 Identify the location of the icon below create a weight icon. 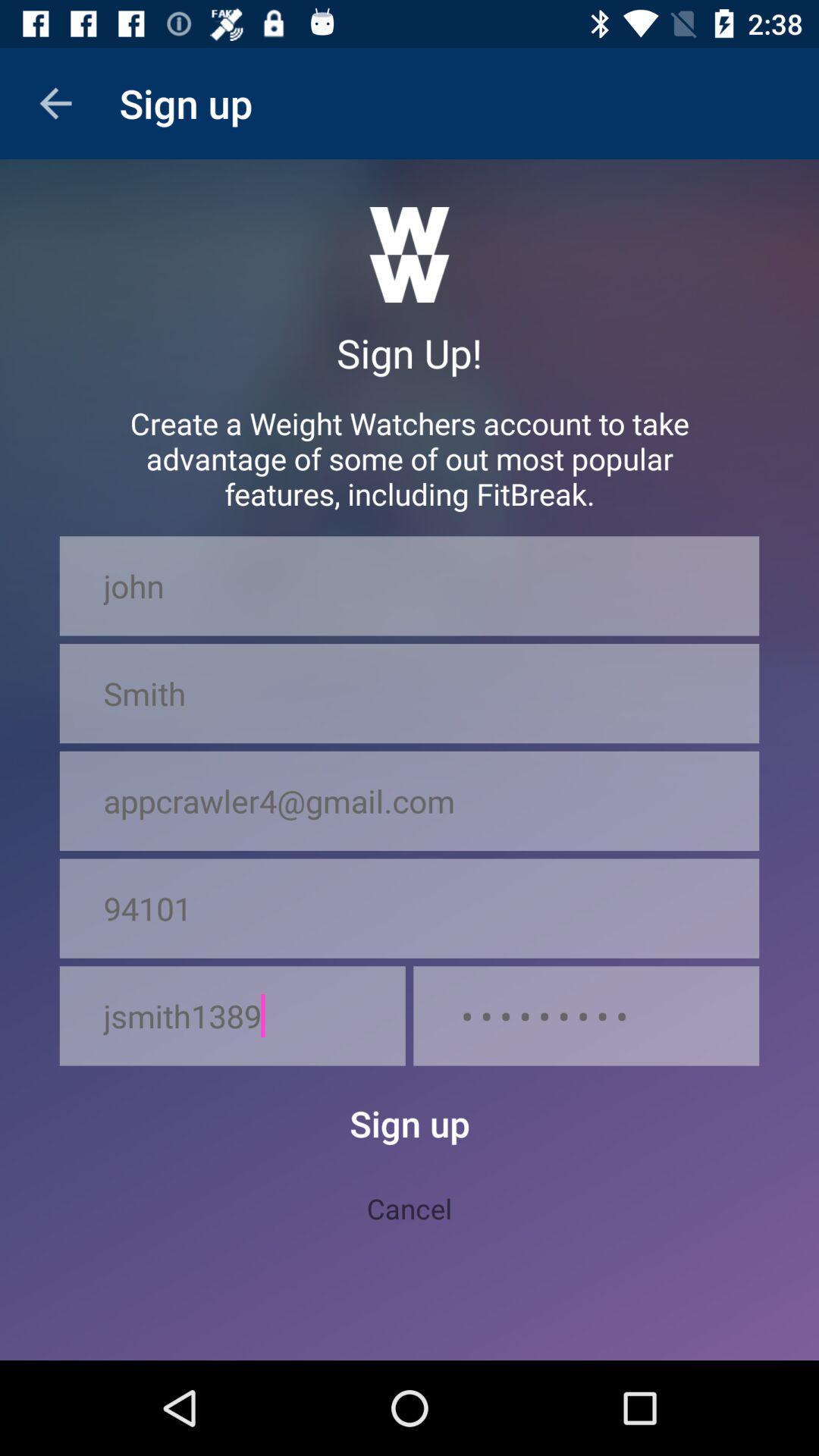
(409, 585).